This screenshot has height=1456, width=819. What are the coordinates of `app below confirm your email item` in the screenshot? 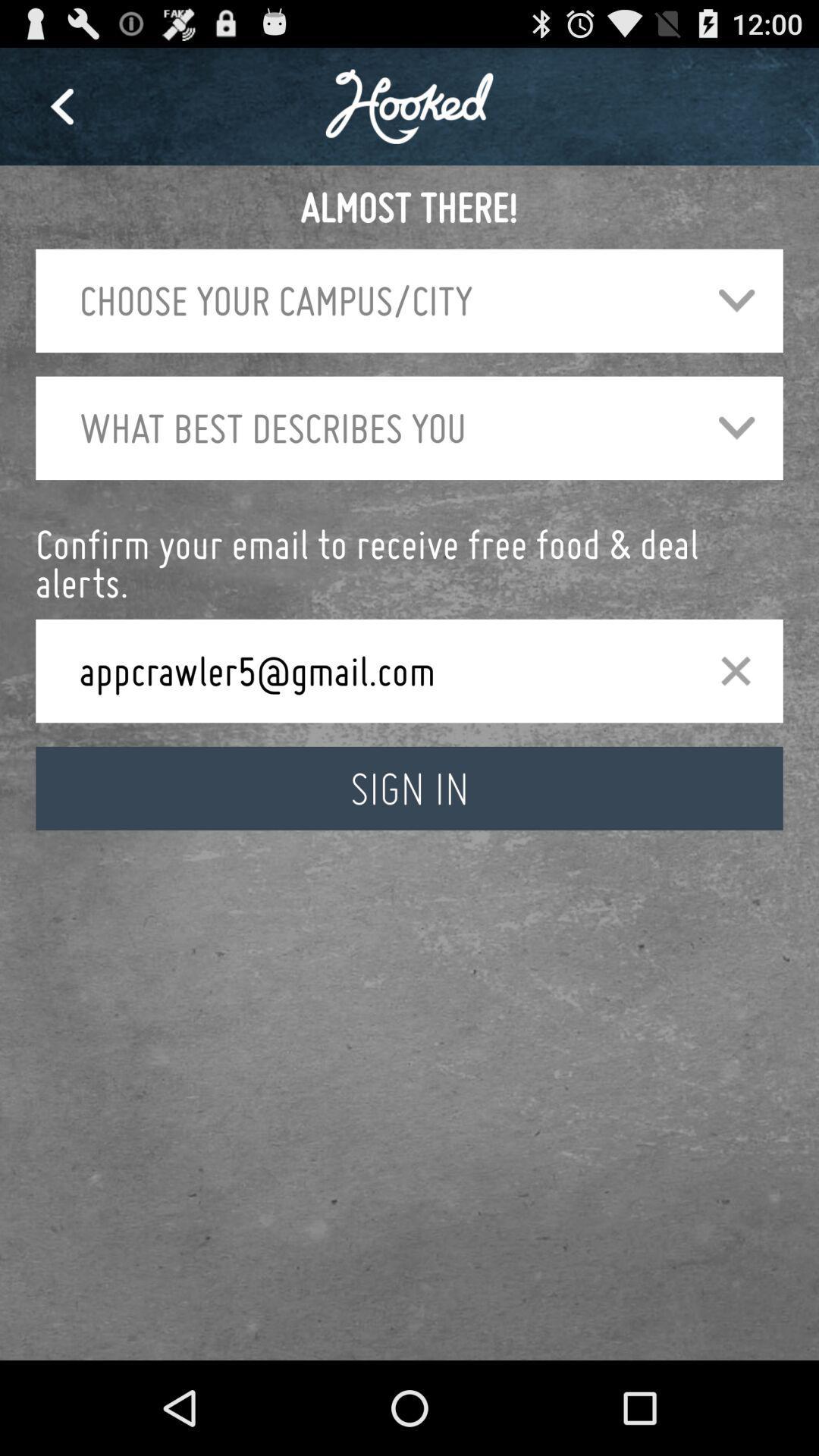 It's located at (735, 670).